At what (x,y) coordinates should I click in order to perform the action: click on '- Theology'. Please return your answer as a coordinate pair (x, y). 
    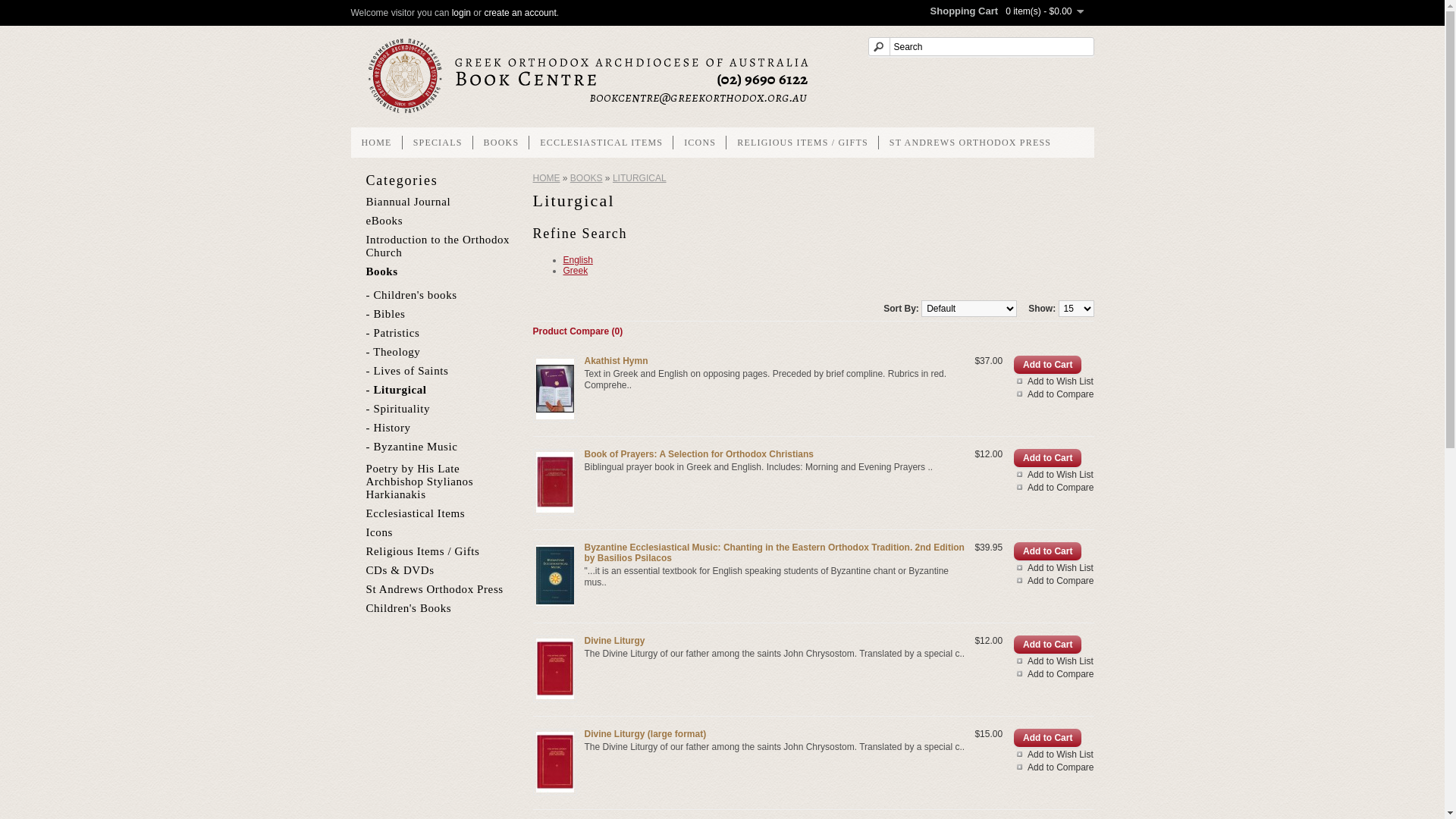
    Looking at the image, I should click on (440, 352).